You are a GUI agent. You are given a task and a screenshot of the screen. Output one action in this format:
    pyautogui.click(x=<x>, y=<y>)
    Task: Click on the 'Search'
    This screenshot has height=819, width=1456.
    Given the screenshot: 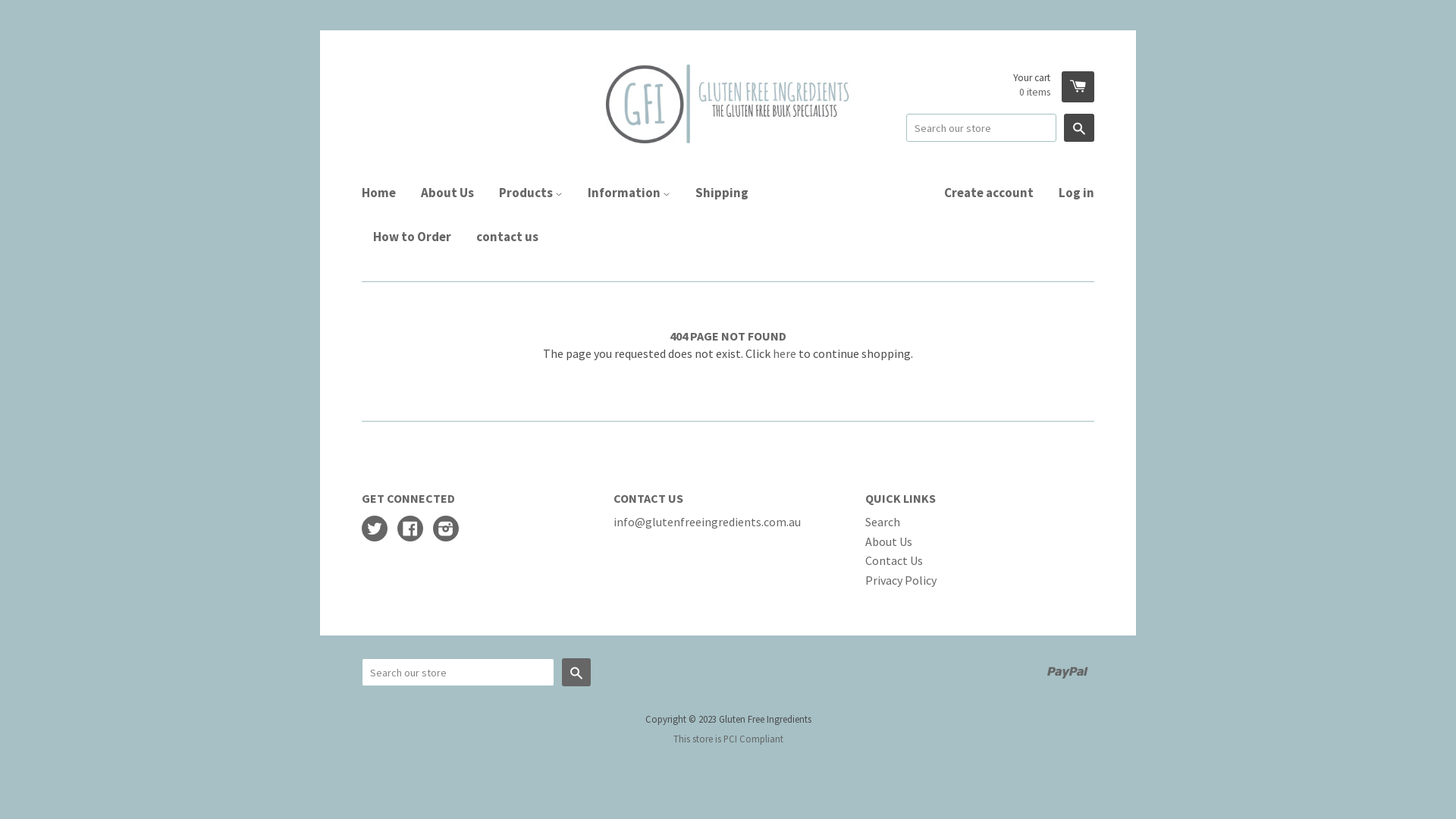 What is the action you would take?
    pyautogui.click(x=1078, y=127)
    